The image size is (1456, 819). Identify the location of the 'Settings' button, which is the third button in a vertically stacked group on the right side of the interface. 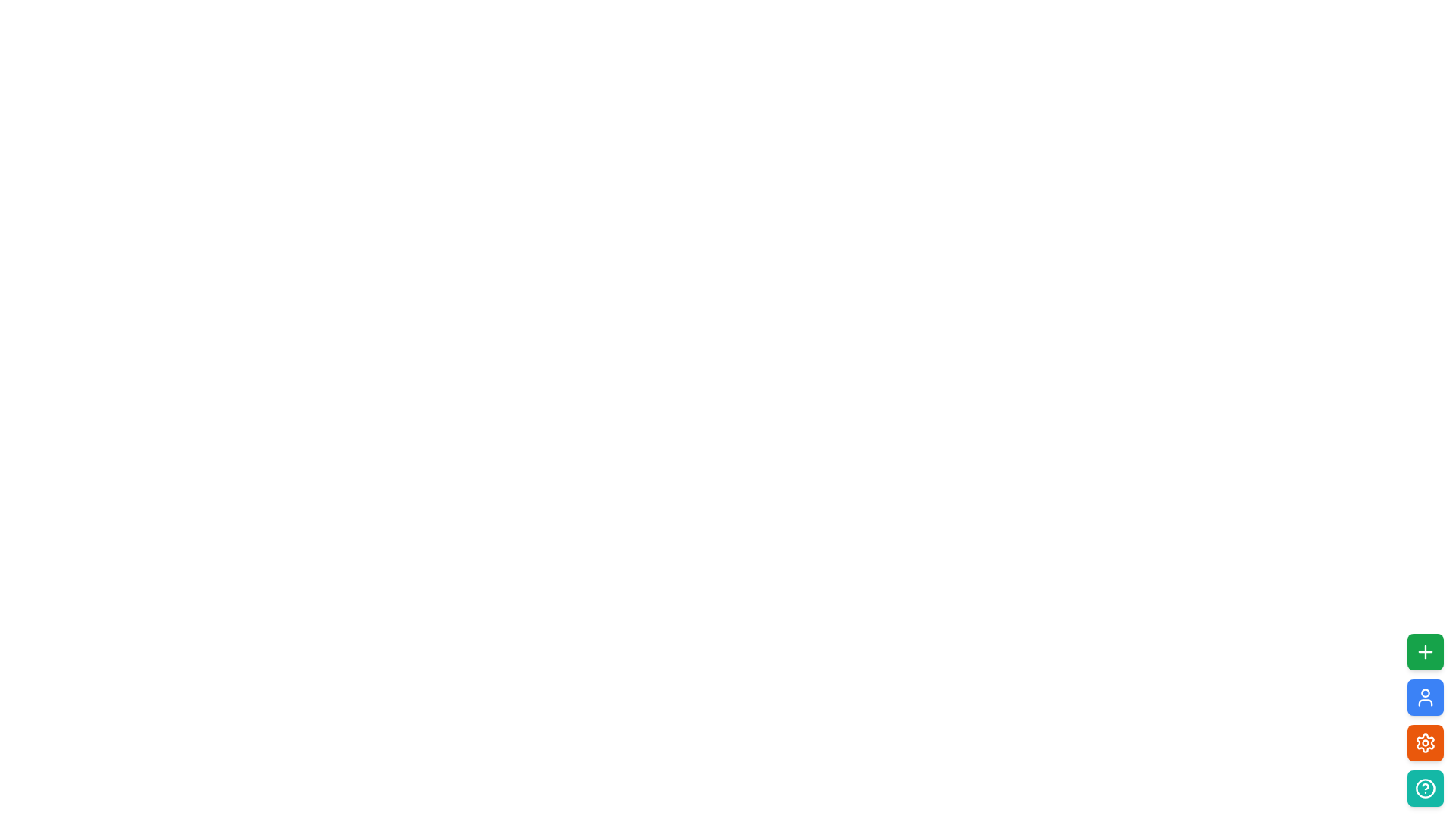
(1425, 742).